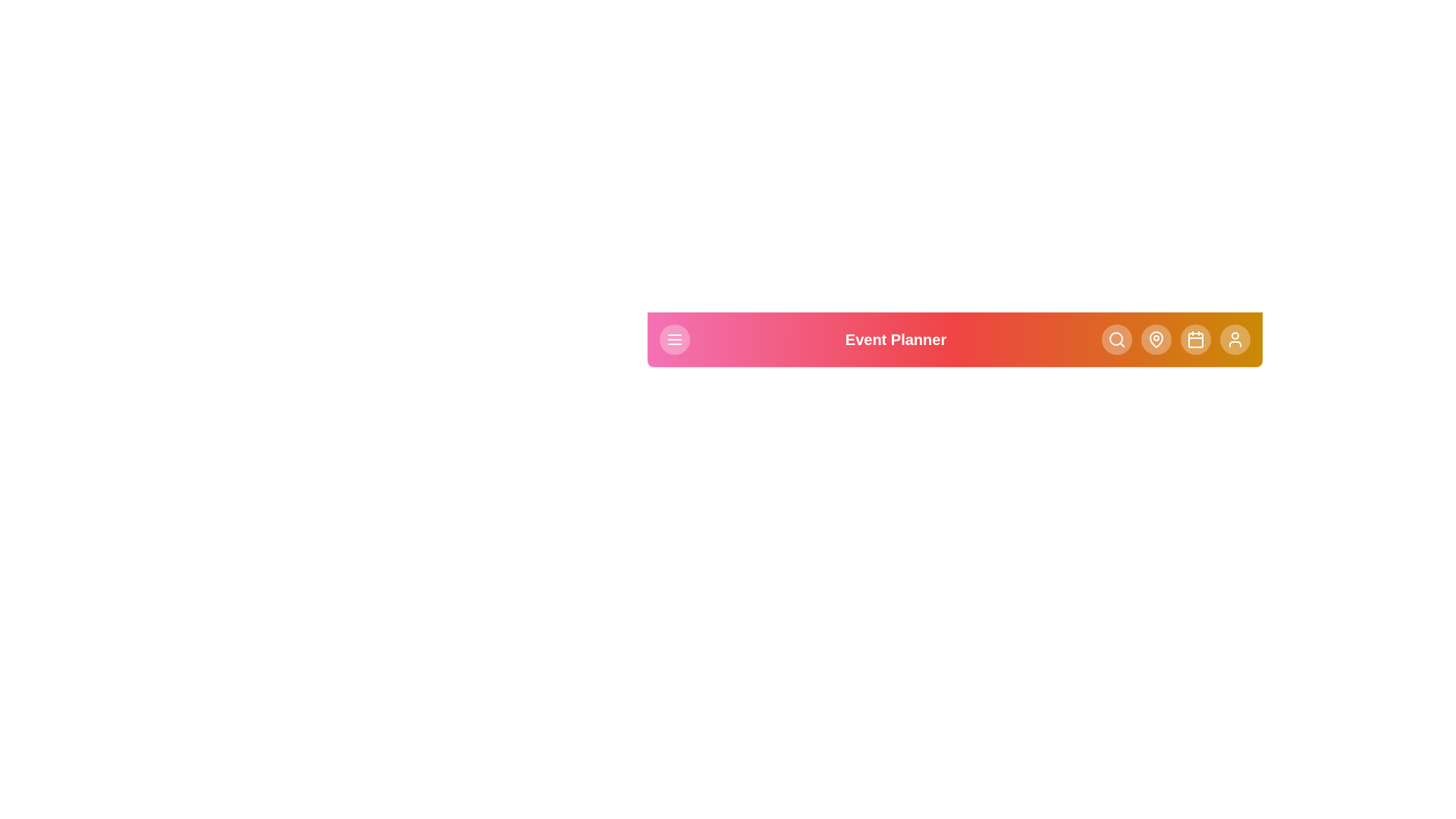 The height and width of the screenshot is (819, 1456). Describe the element at coordinates (1194, 338) in the screenshot. I see `the 'Schedule' button to view the calendar` at that location.